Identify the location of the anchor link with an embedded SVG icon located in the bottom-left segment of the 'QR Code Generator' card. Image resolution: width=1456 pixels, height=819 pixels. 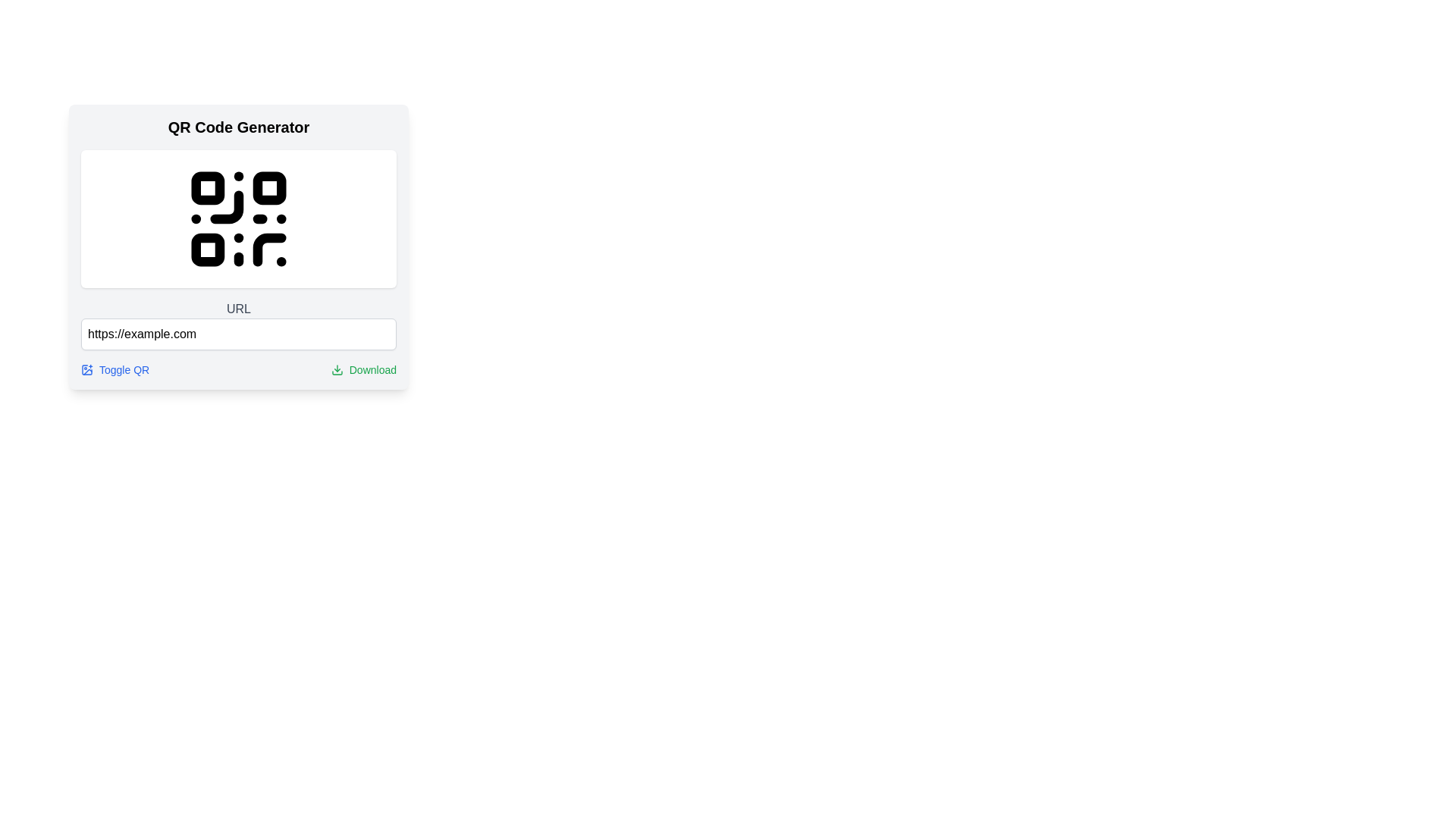
(115, 370).